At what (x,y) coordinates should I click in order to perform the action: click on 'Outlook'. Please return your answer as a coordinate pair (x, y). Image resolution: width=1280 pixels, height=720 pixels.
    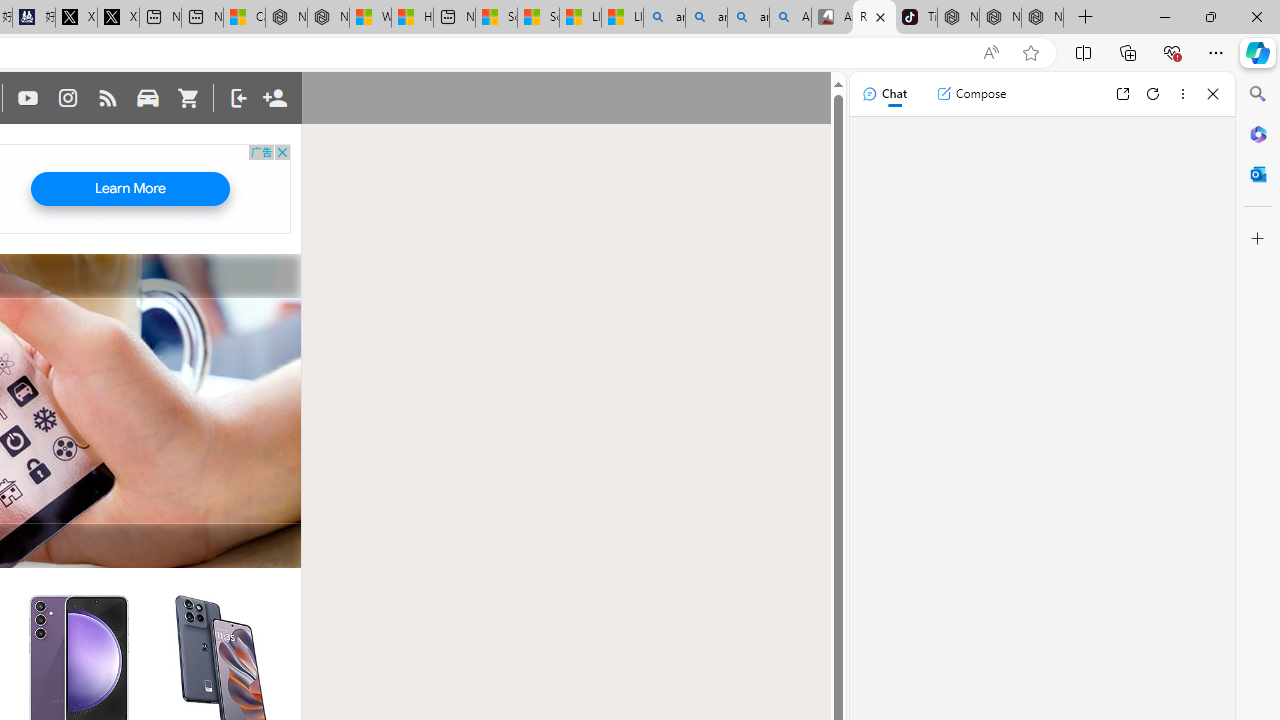
    Looking at the image, I should click on (1257, 173).